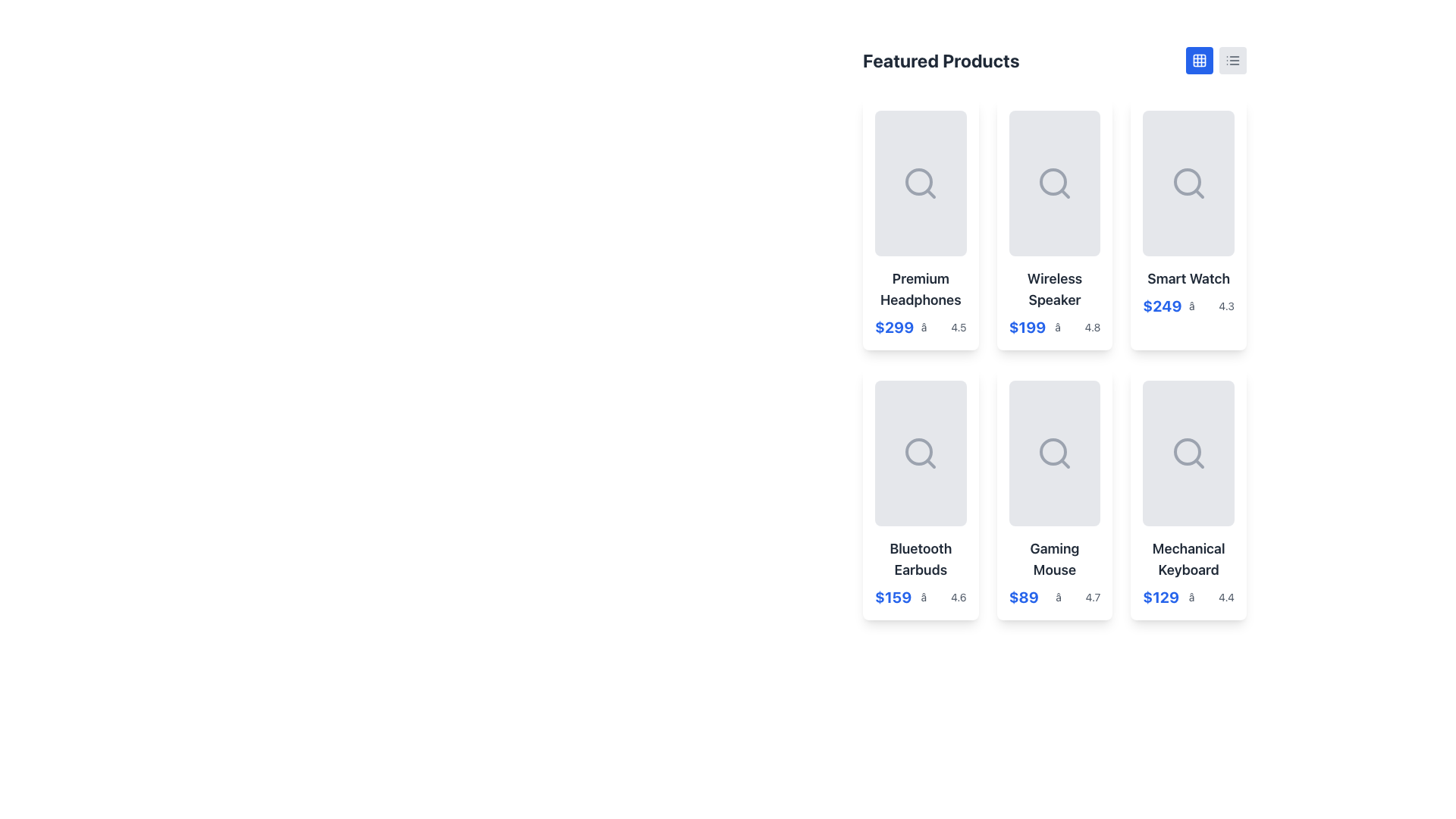 This screenshot has width=1456, height=819. I want to click on the text label located at the bottom-left of the card component in the bottom right corner of the grid layout, so click(1188, 559).